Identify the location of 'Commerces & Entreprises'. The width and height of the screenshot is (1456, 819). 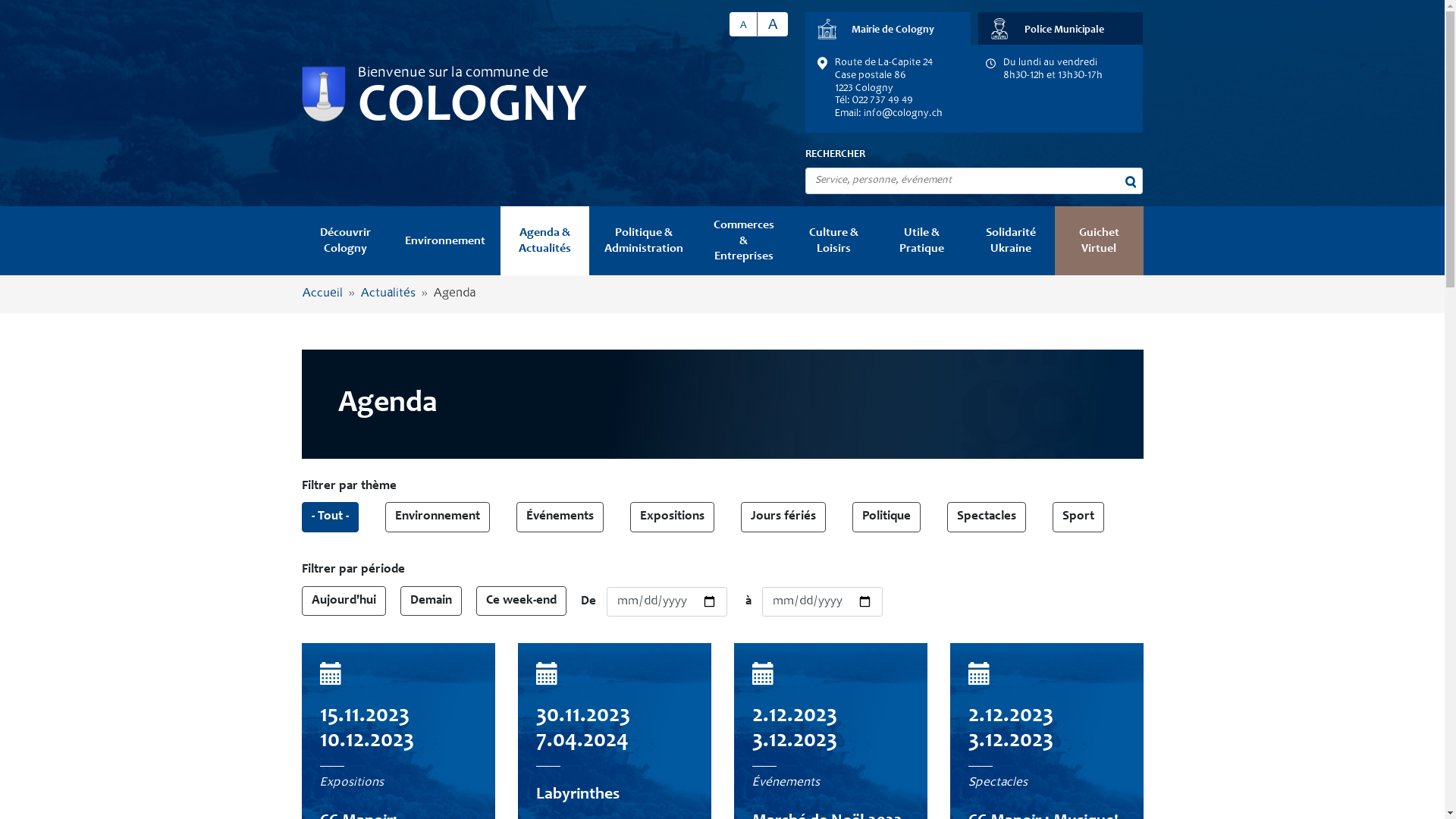
(743, 240).